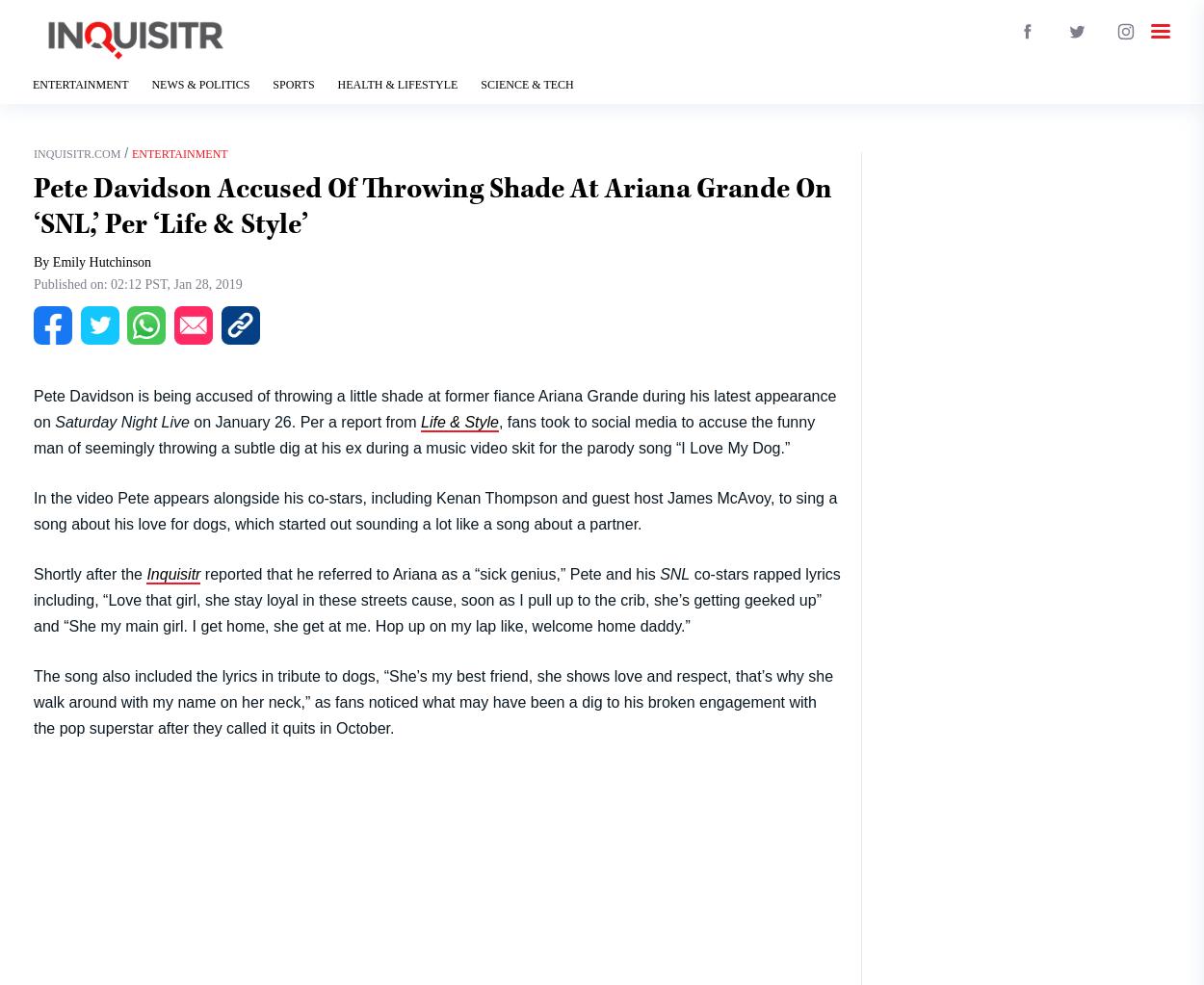  What do you see at coordinates (432, 701) in the screenshot?
I see `'The song also included the lyrics in tribute to dogs, “She’s my best friend, she shows love and respect, that’s why she walk around with my name on her neck,” as fans noticed what may have been a dig to his broken engagement with the pop superstar after they called it quits in October.'` at bounding box center [432, 701].